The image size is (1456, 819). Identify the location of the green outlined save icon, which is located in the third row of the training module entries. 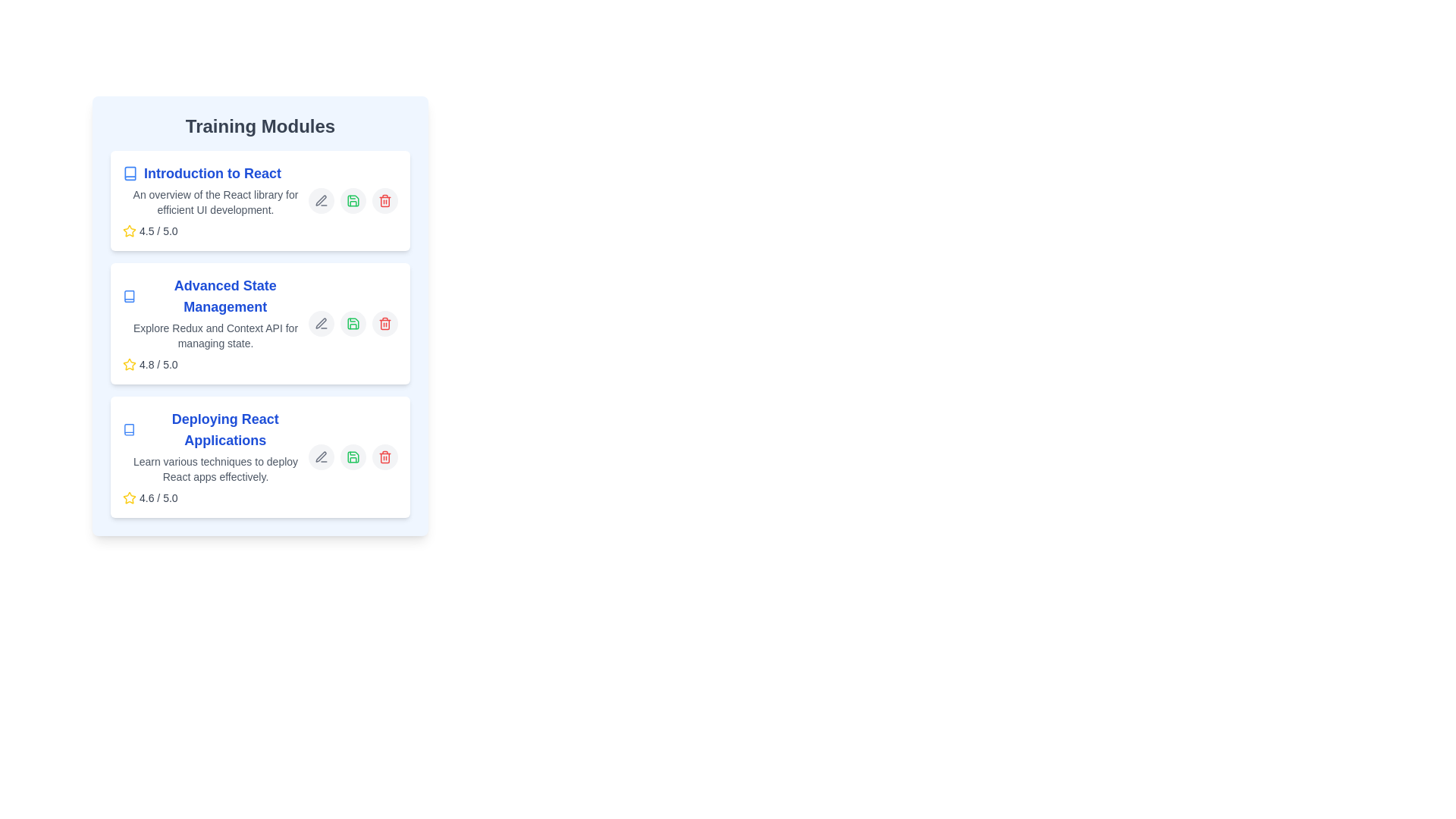
(352, 200).